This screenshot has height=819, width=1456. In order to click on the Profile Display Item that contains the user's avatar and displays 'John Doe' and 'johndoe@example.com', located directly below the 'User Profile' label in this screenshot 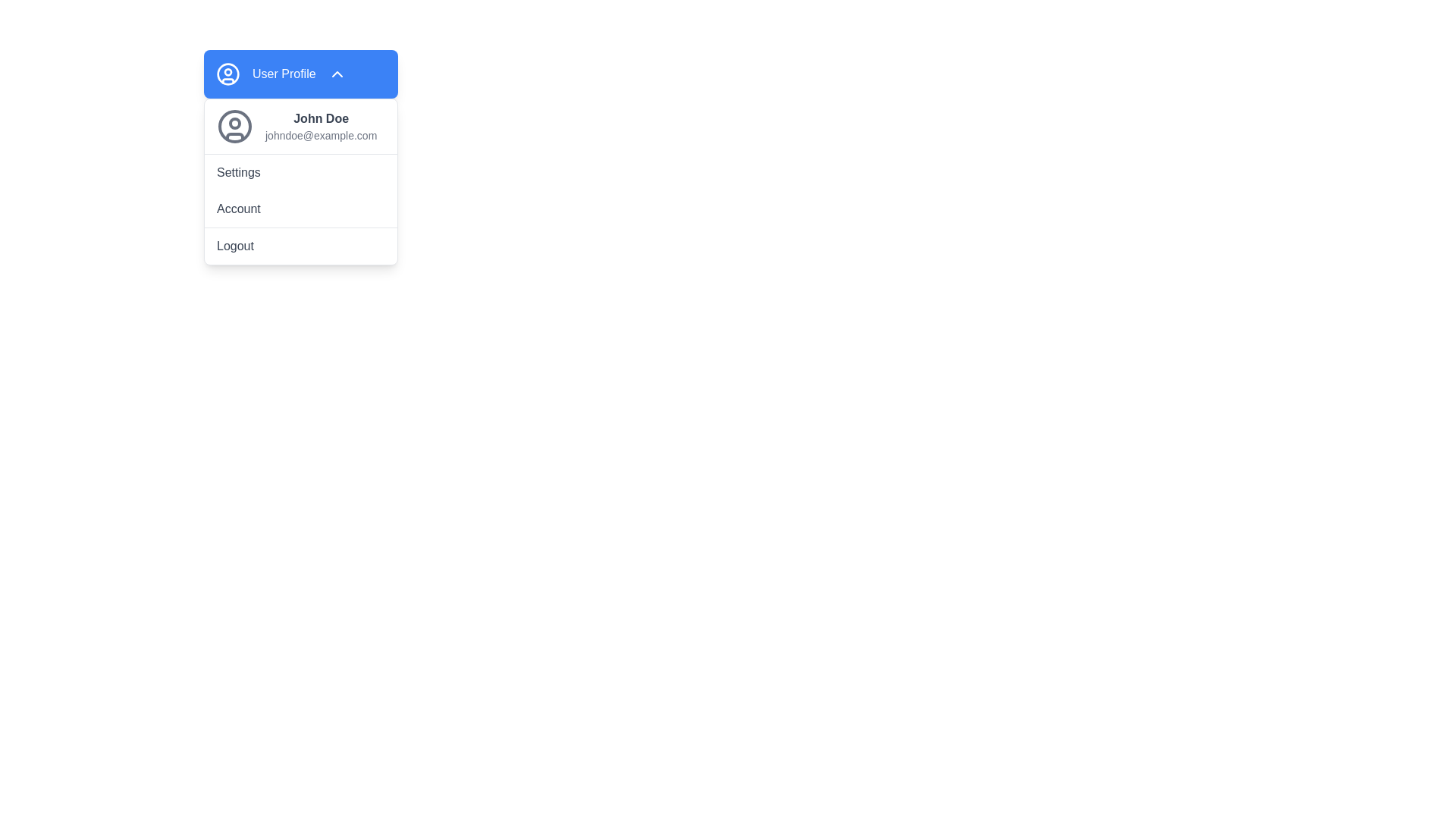, I will do `click(301, 125)`.